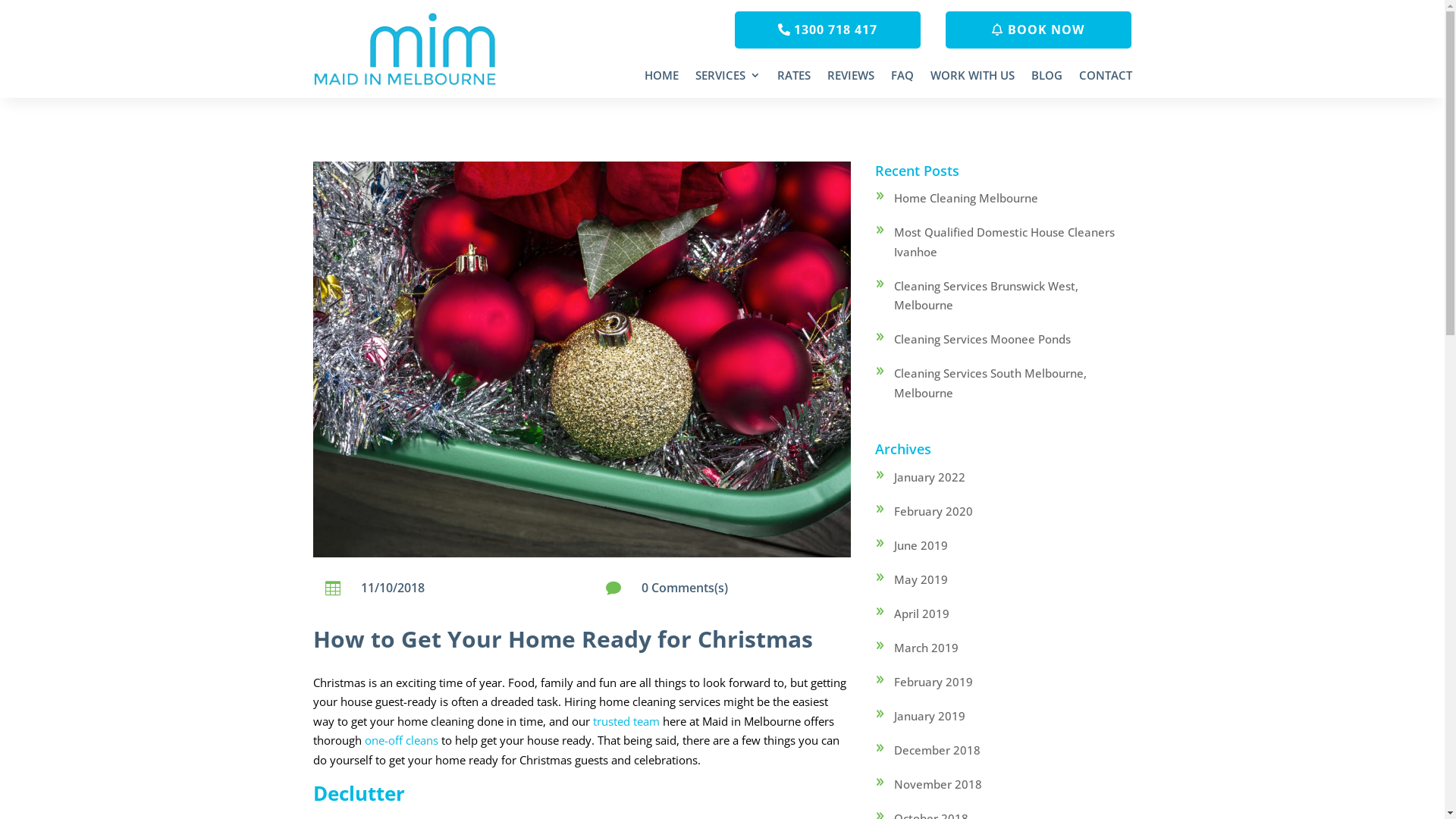  What do you see at coordinates (626, 720) in the screenshot?
I see `'trusted team'` at bounding box center [626, 720].